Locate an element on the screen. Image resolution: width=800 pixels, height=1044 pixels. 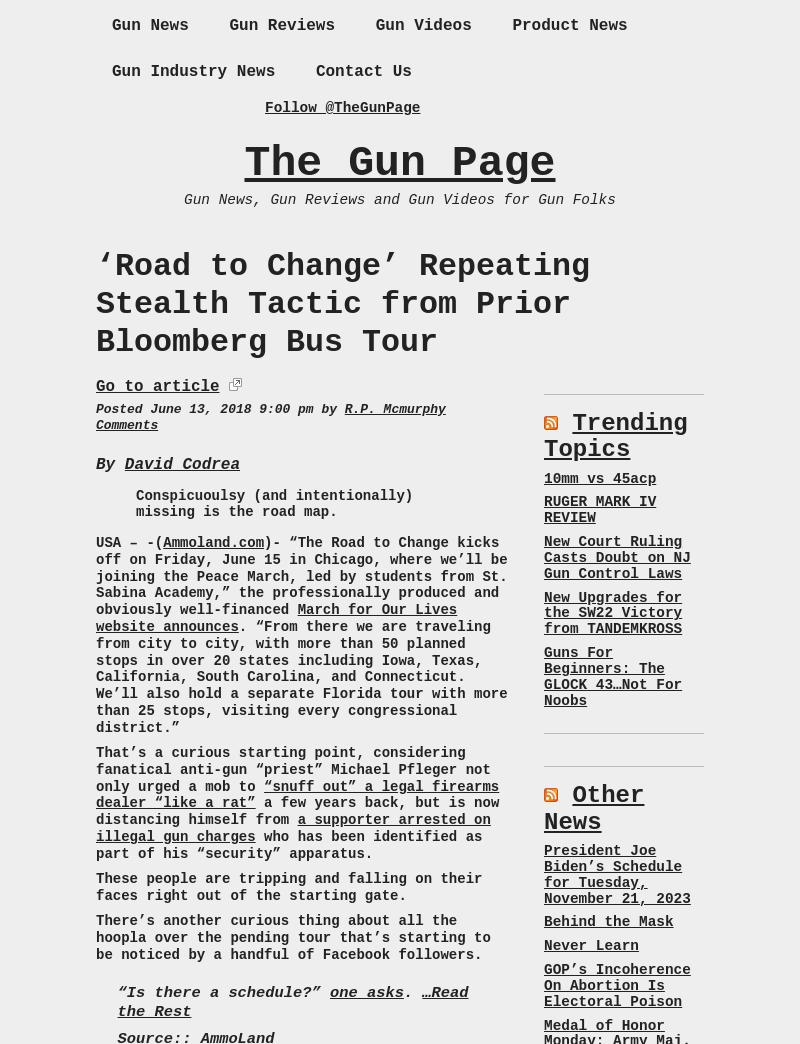
'GOP’s Incoherence On Abortion Is Electoral Poison' is located at coordinates (616, 985).